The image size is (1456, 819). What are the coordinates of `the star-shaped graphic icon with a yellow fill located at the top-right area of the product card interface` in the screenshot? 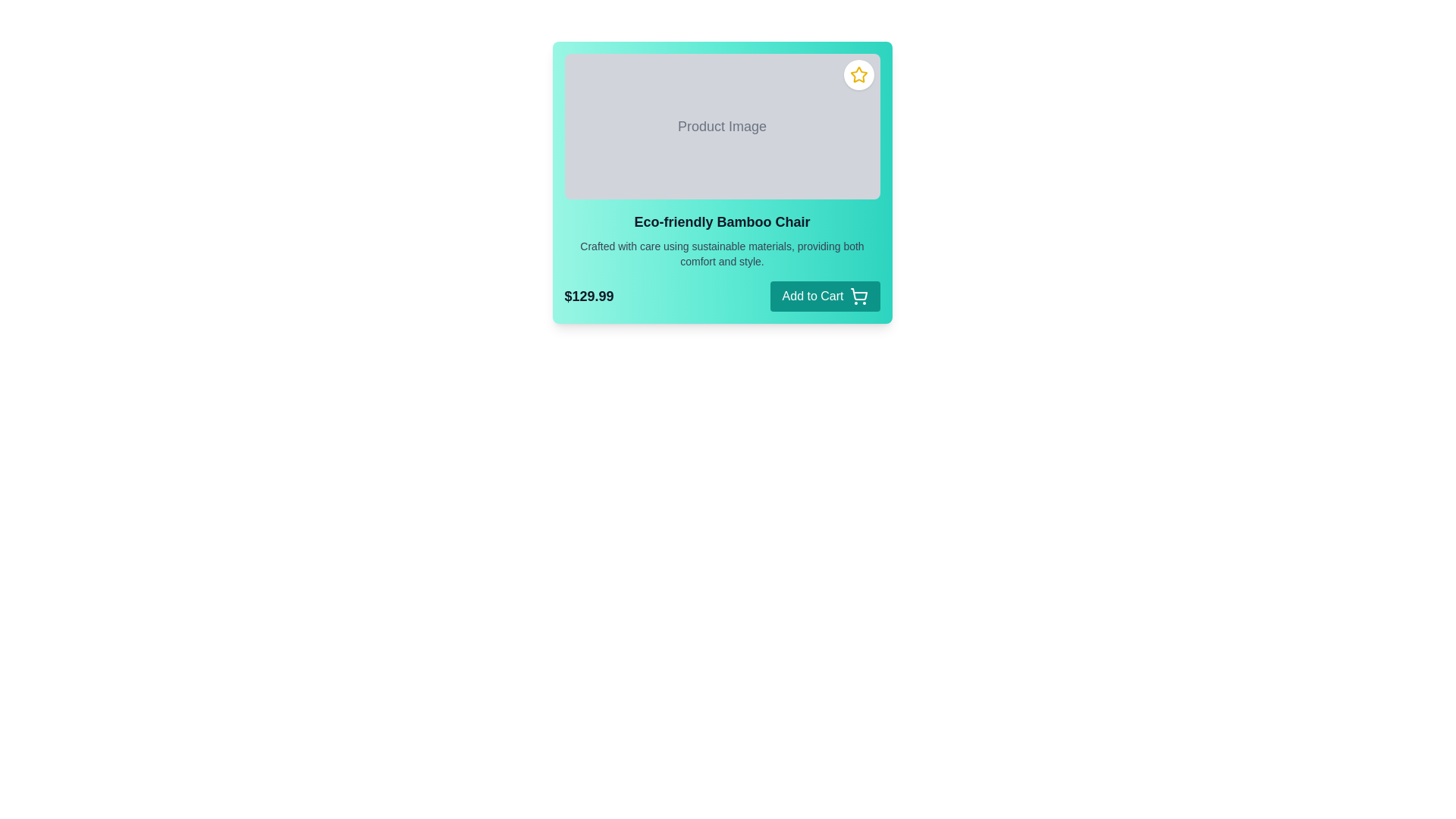 It's located at (858, 74).